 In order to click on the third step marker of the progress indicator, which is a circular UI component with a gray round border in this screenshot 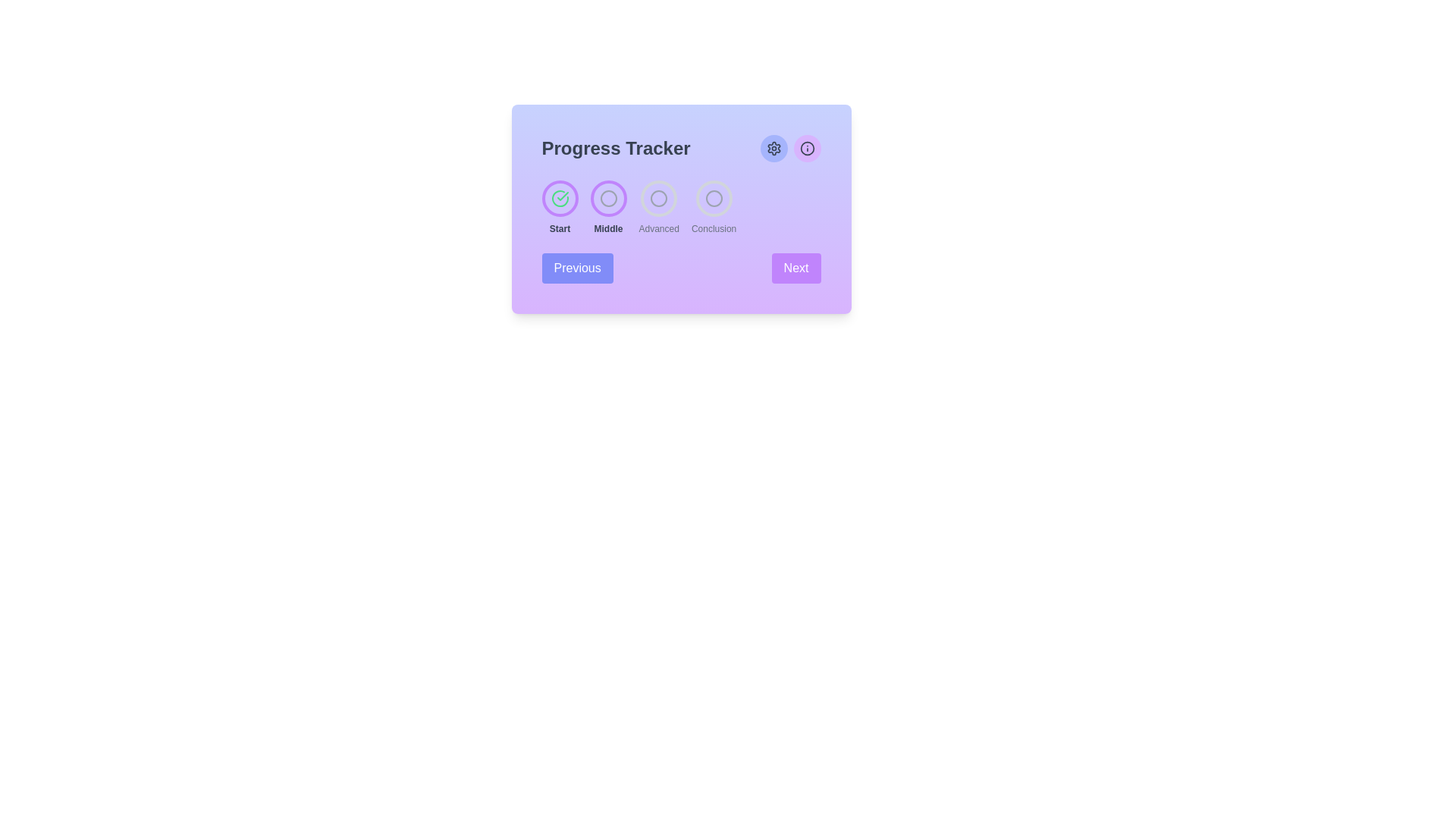, I will do `click(659, 198)`.